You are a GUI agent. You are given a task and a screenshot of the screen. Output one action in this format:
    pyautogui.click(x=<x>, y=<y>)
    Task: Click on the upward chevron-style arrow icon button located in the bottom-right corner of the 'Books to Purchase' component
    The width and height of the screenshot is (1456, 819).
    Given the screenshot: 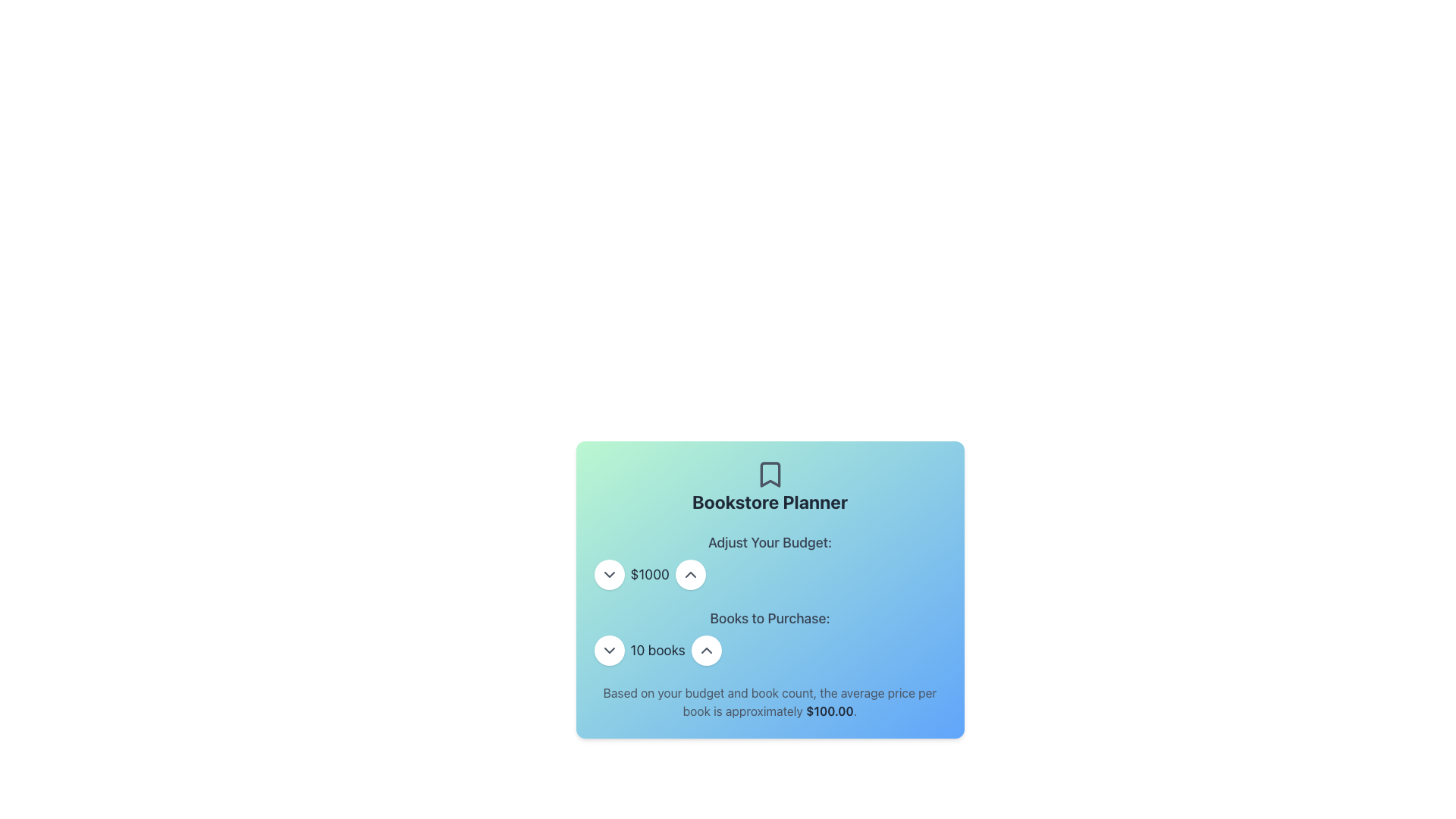 What is the action you would take?
    pyautogui.click(x=689, y=575)
    